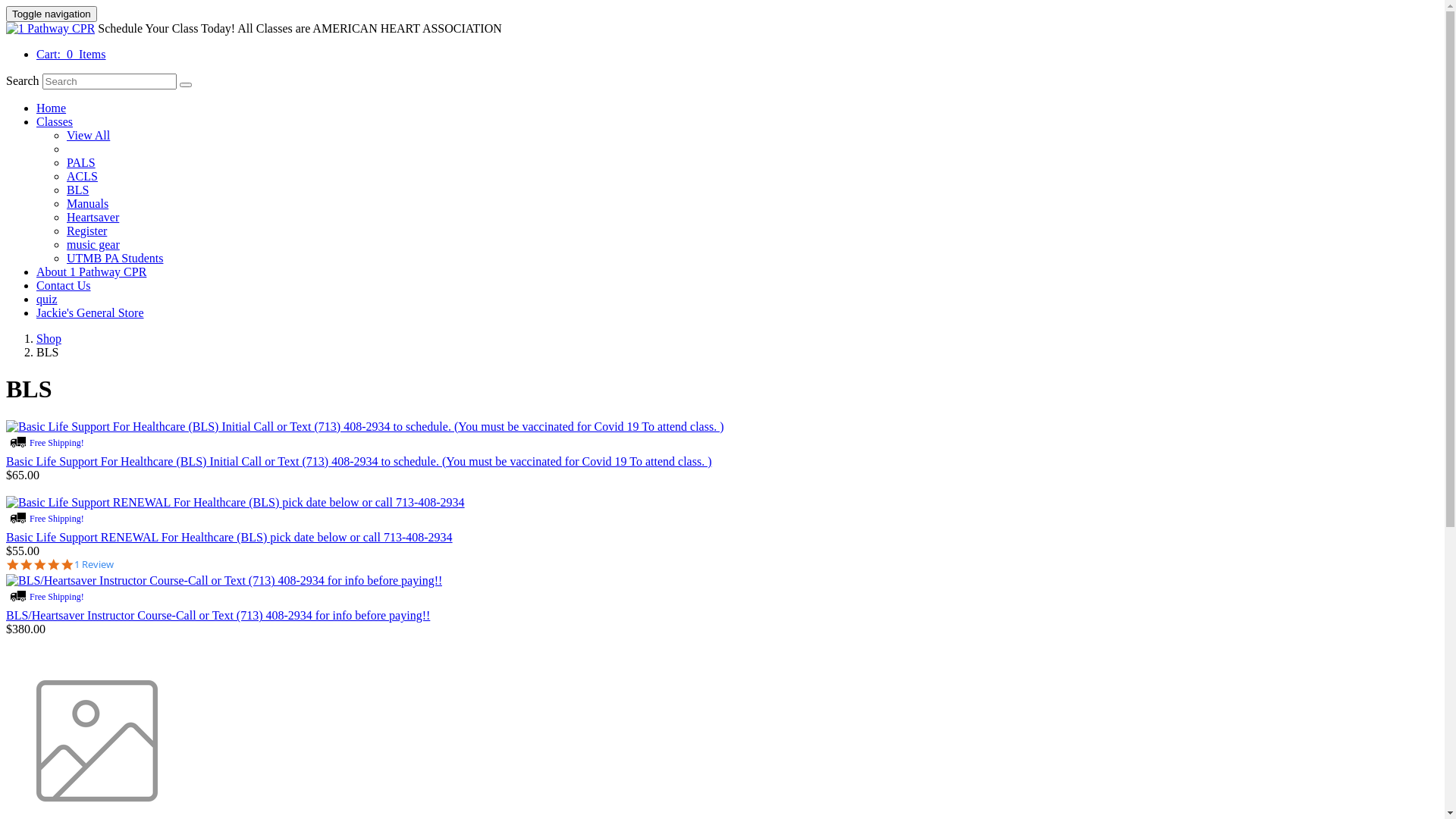  I want to click on 'quiz', so click(36, 299).